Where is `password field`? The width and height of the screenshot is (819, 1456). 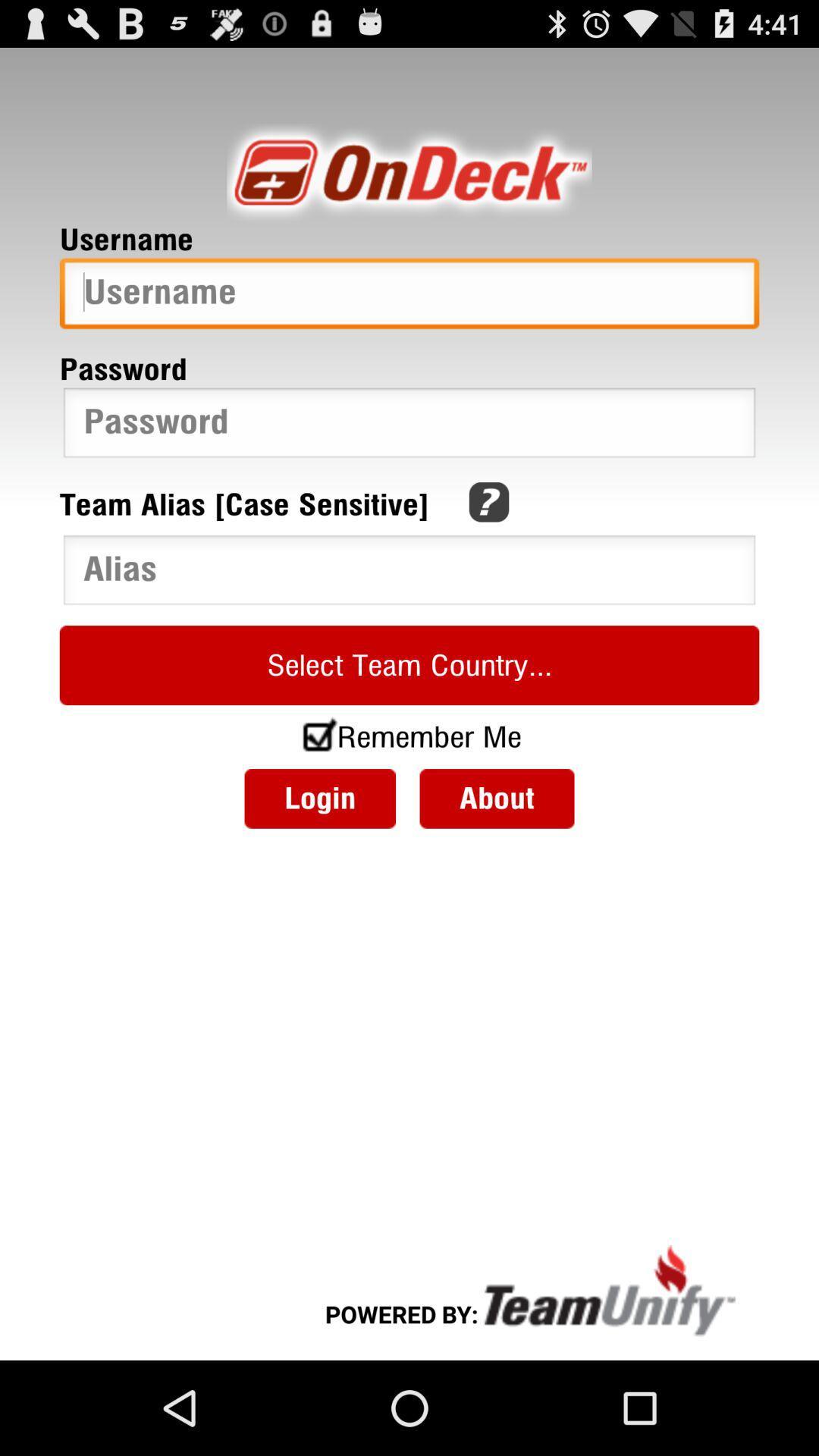
password field is located at coordinates (409, 425).